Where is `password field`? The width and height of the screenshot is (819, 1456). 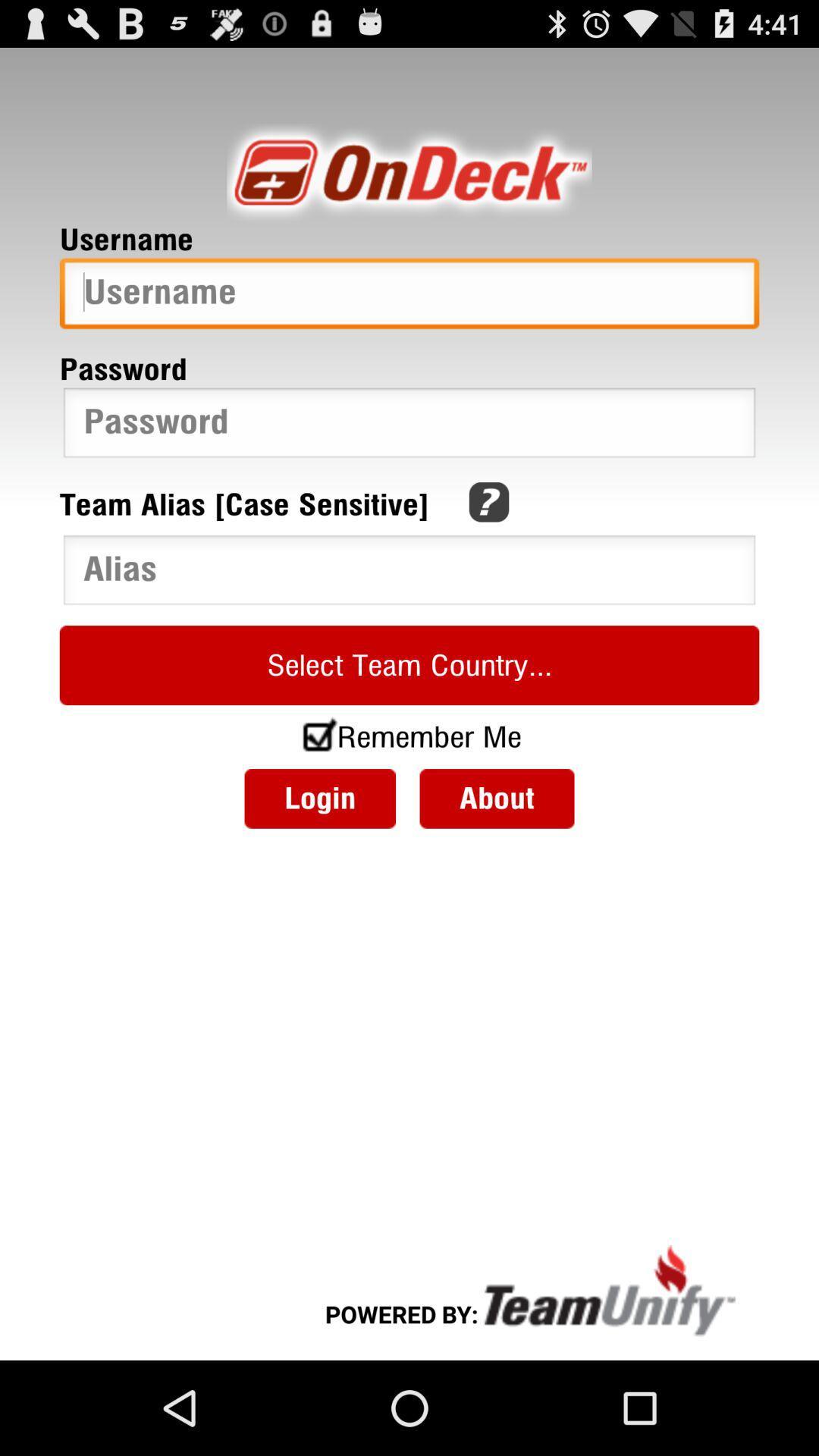
password field is located at coordinates (409, 425).